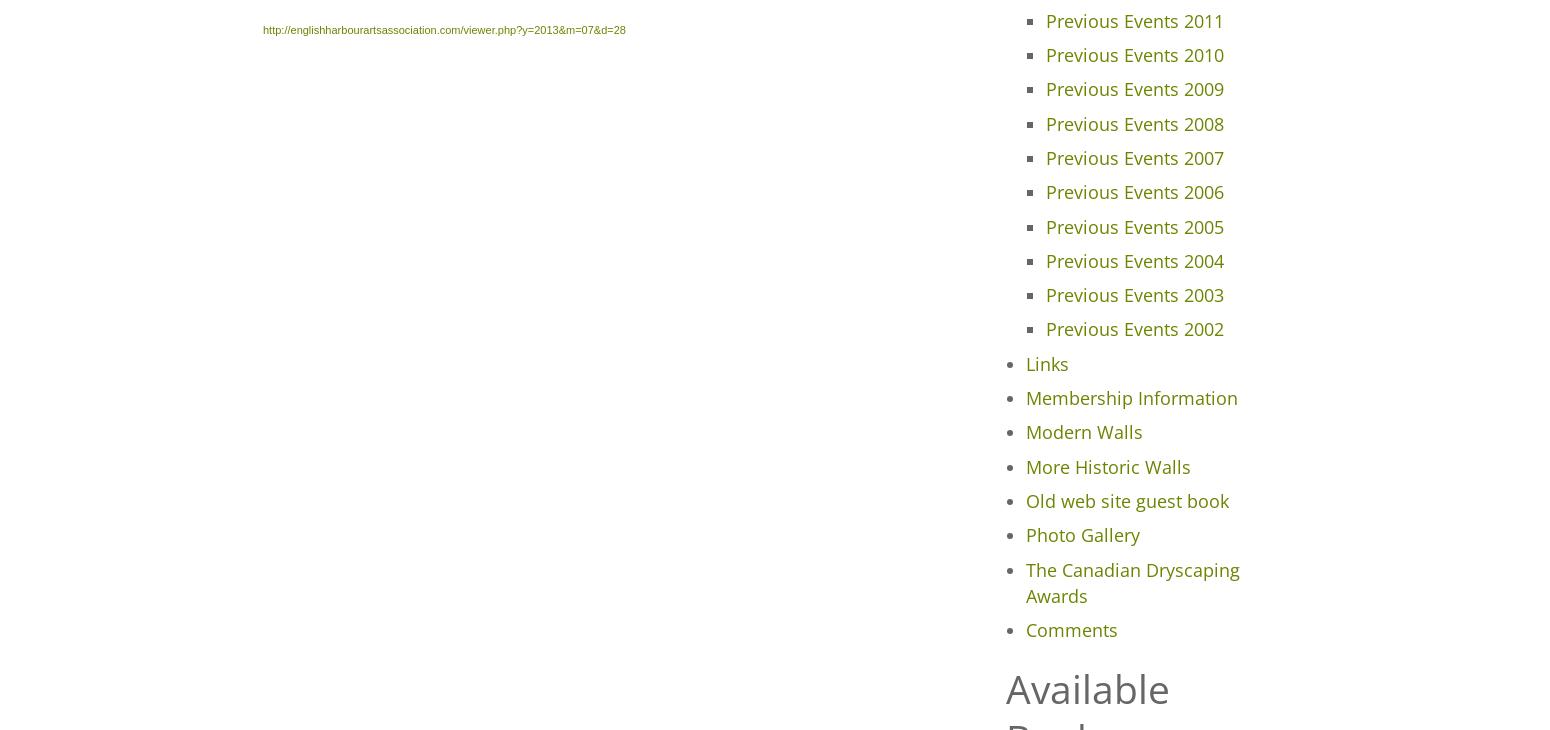 Image resolution: width=1550 pixels, height=730 pixels. What do you see at coordinates (1083, 431) in the screenshot?
I see `'Modern Walls'` at bounding box center [1083, 431].